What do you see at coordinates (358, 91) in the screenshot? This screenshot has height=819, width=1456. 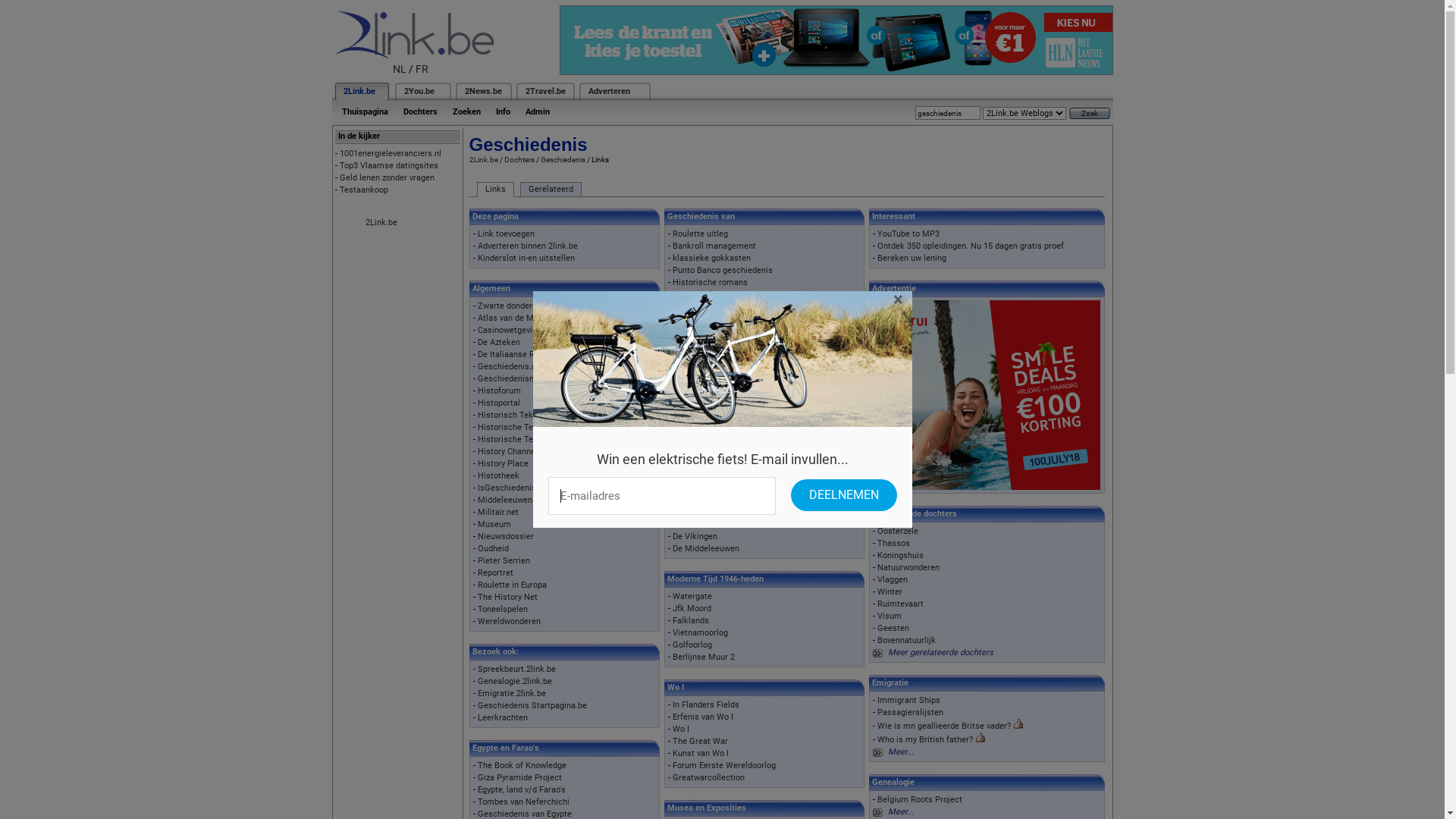 I see `'2Link.be'` at bounding box center [358, 91].